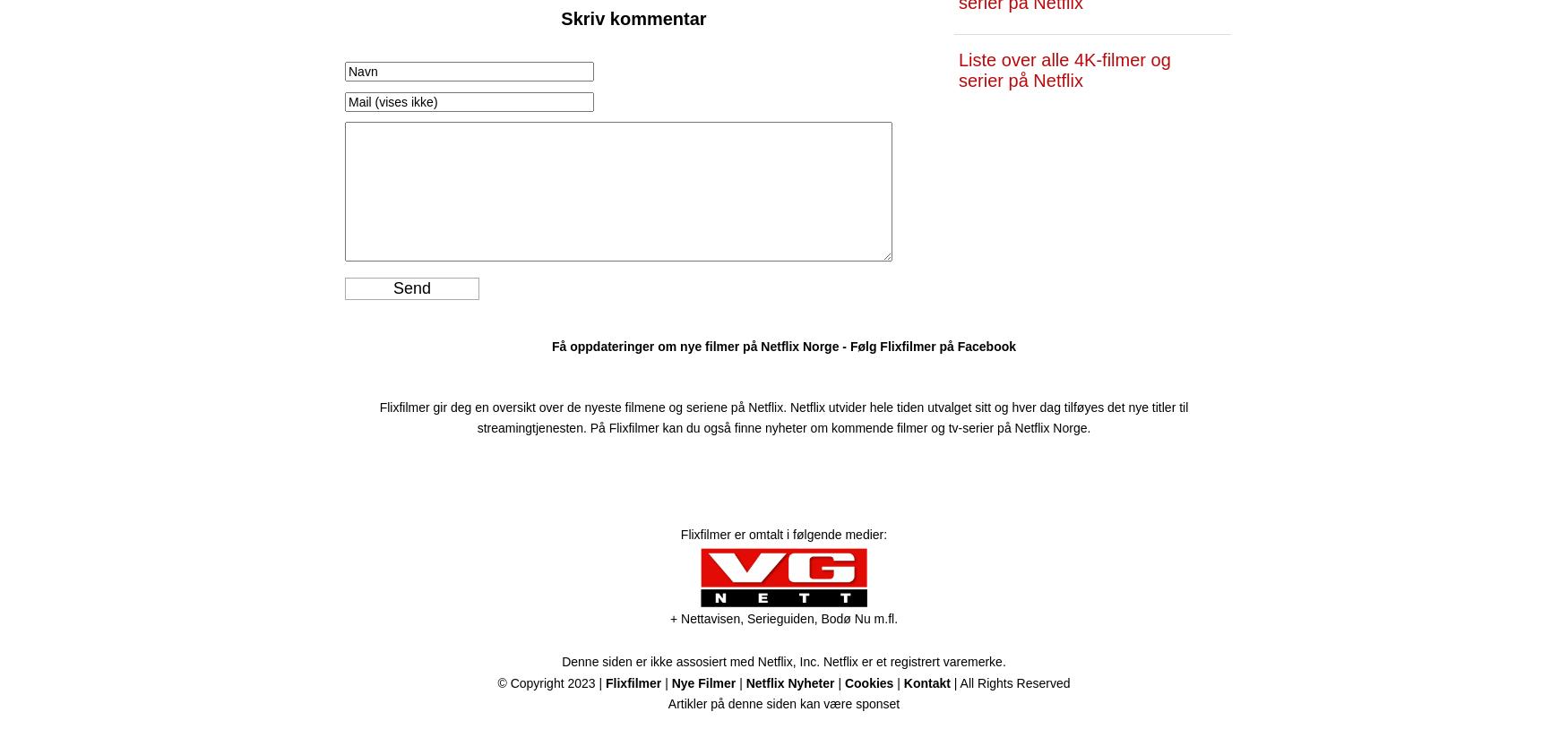 This screenshot has height=729, width=1568. I want to click on '© Copyright 2023 |', so click(551, 682).